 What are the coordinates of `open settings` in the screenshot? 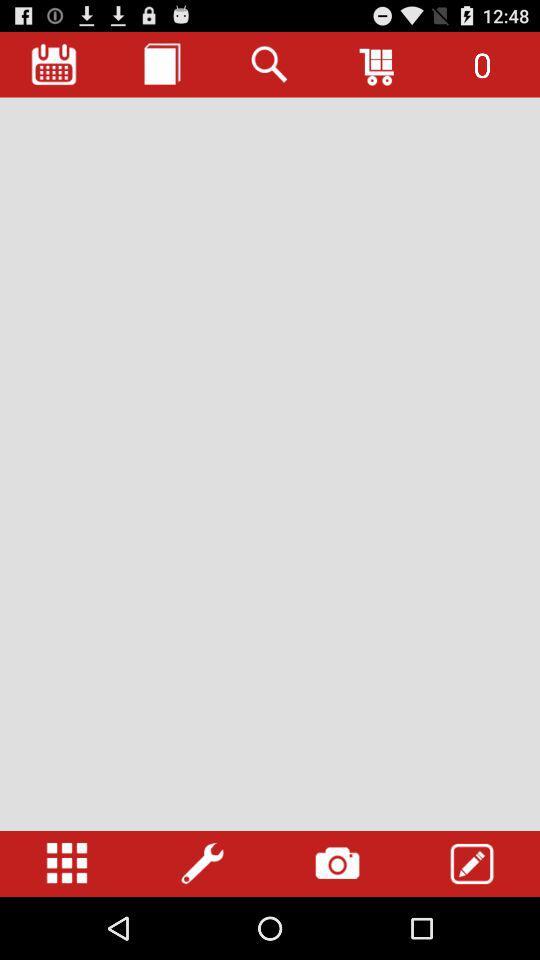 It's located at (67, 863).